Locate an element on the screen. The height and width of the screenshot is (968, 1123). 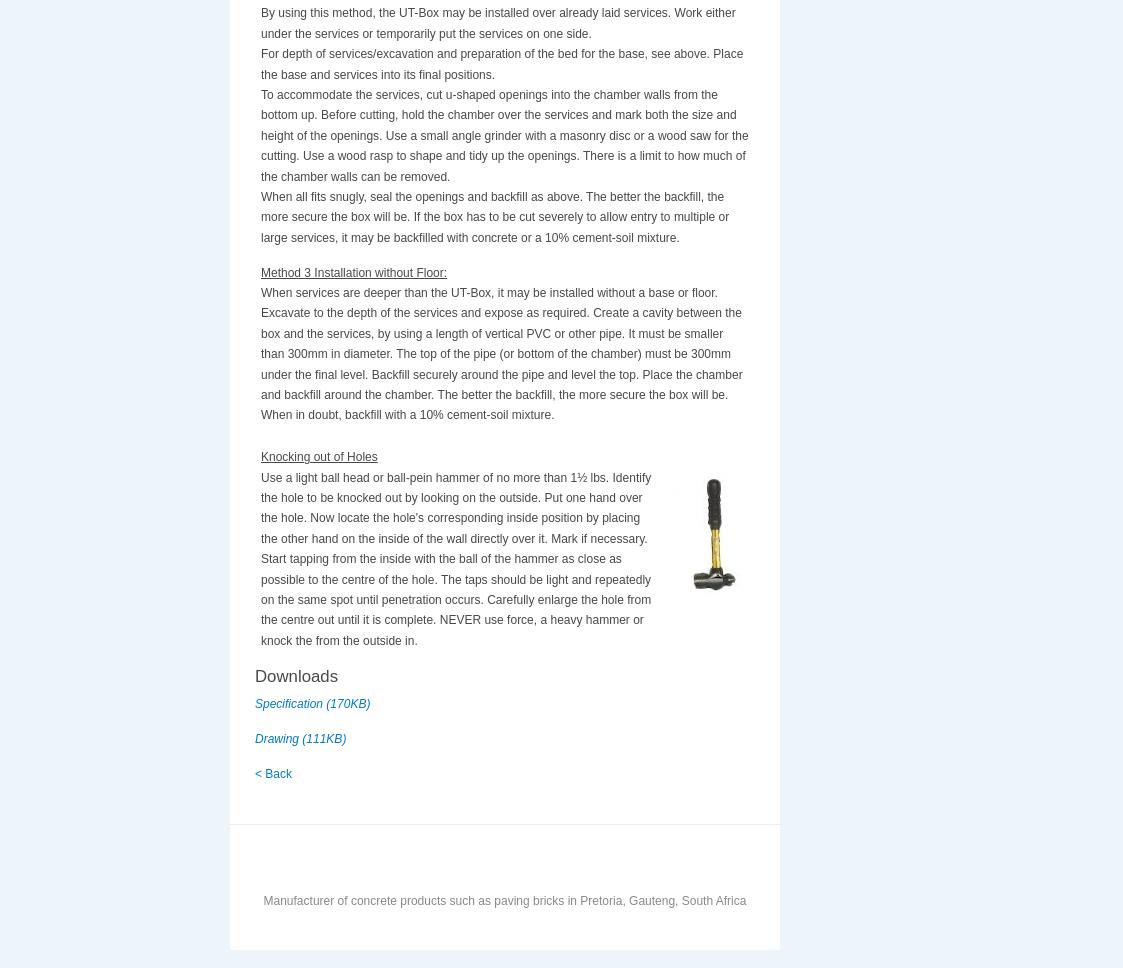
'Drawing (111KB)' is located at coordinates (300, 738).